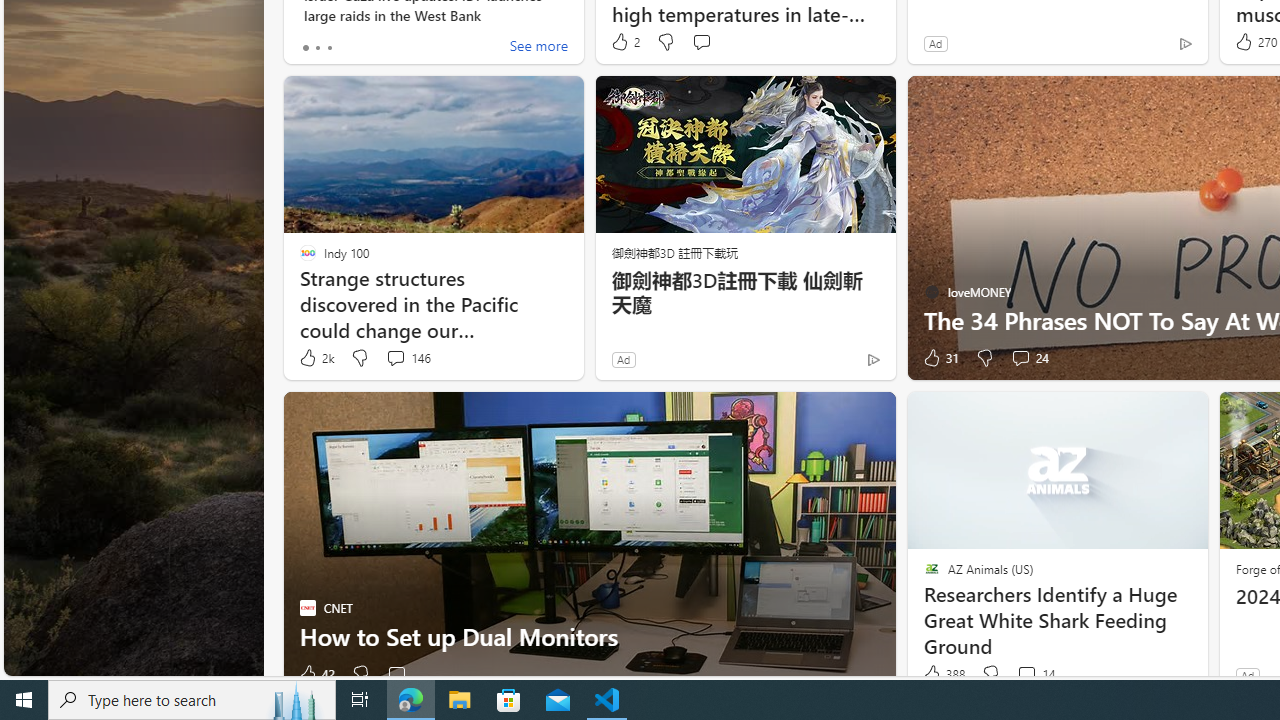 The width and height of the screenshot is (1280, 720). Describe the element at coordinates (938, 357) in the screenshot. I see `'31 Like'` at that location.